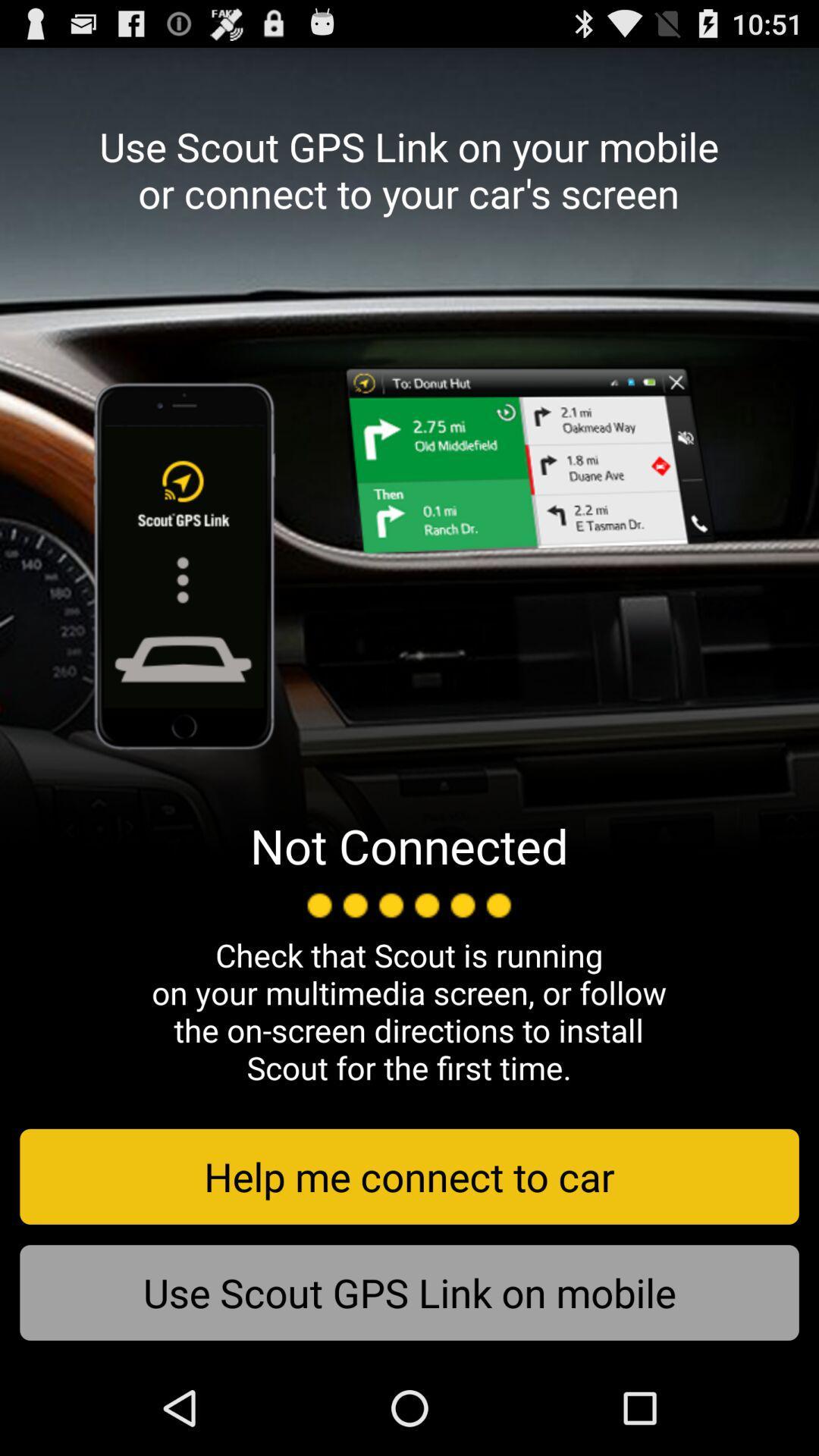  I want to click on the icon below the check that scout, so click(409, 1175).